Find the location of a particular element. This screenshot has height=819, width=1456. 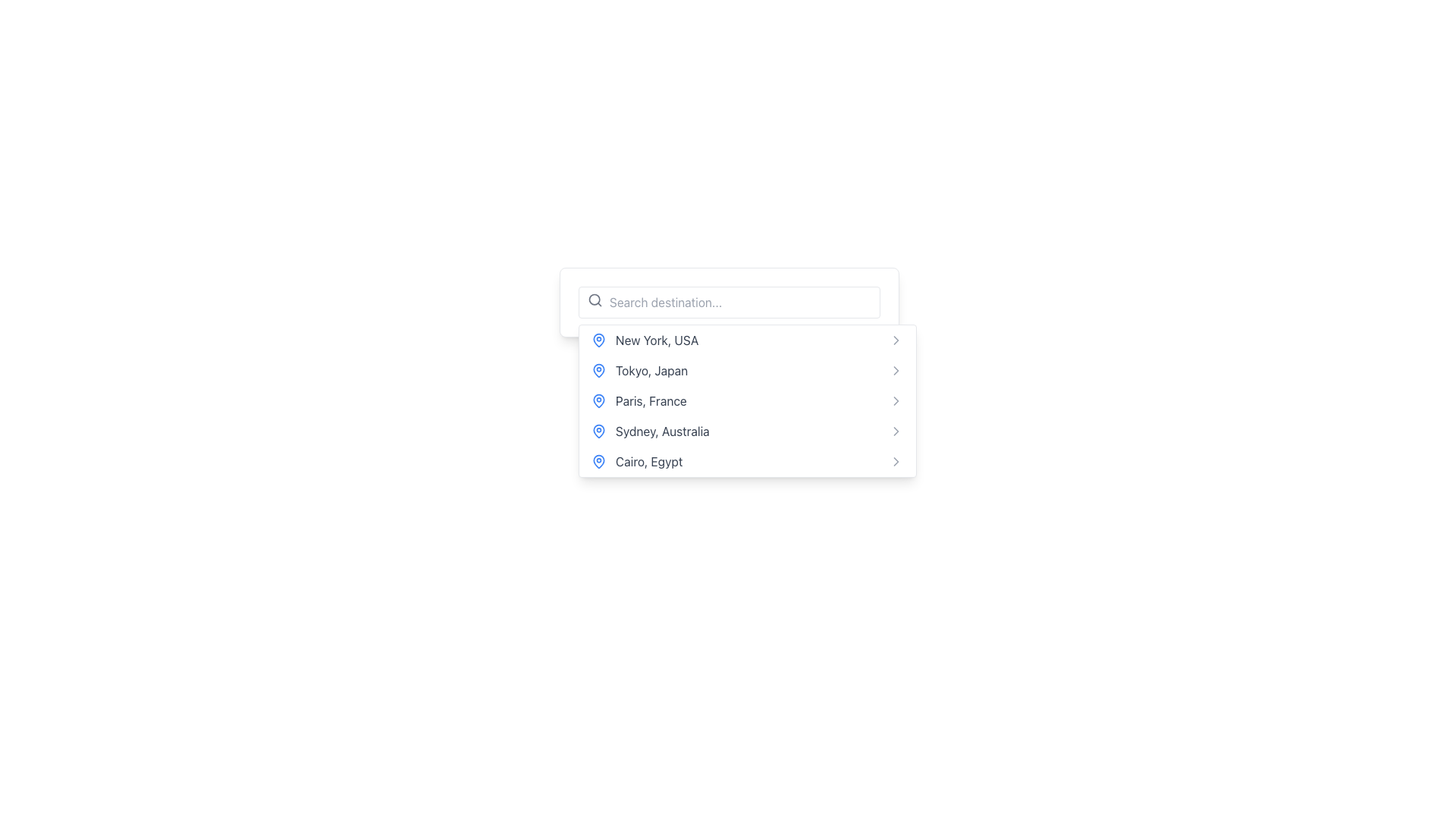

the arrow icon on the far-right side of the dropdown list entry is located at coordinates (896, 339).